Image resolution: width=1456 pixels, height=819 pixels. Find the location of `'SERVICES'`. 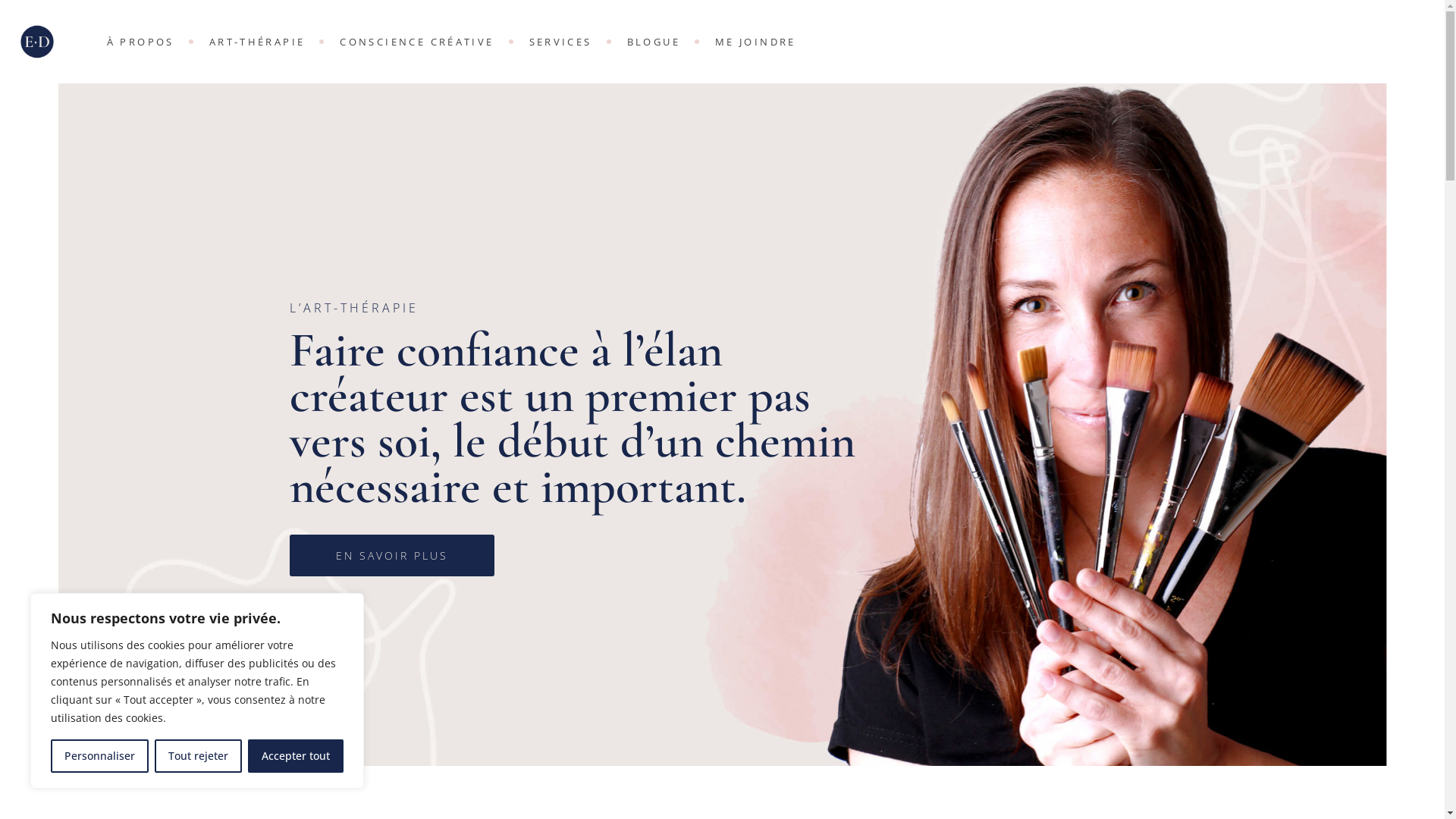

'SERVICES' is located at coordinates (560, 40).